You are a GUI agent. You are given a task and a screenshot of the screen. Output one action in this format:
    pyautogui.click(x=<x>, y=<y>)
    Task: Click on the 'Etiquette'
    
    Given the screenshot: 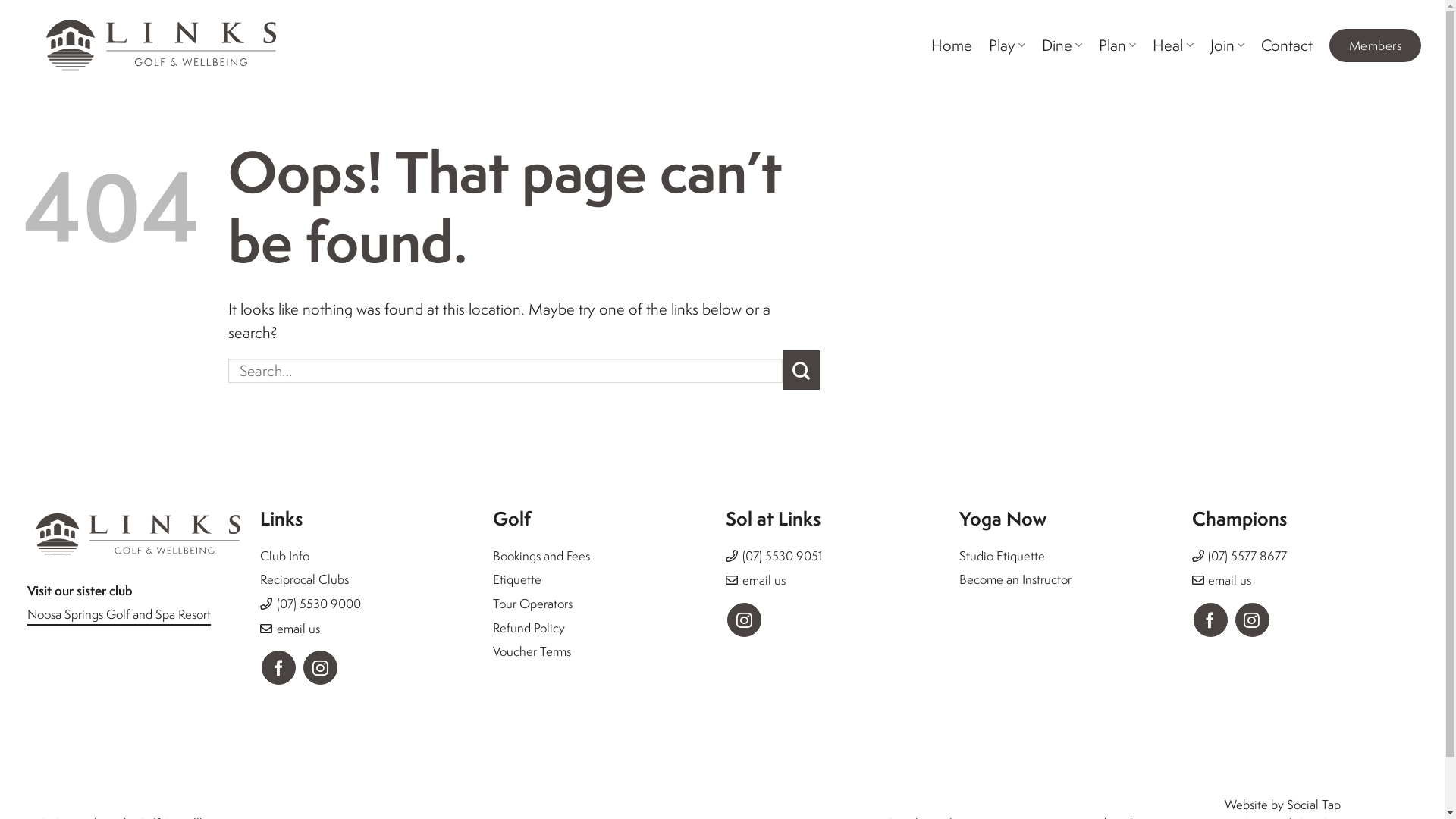 What is the action you would take?
    pyautogui.click(x=516, y=579)
    